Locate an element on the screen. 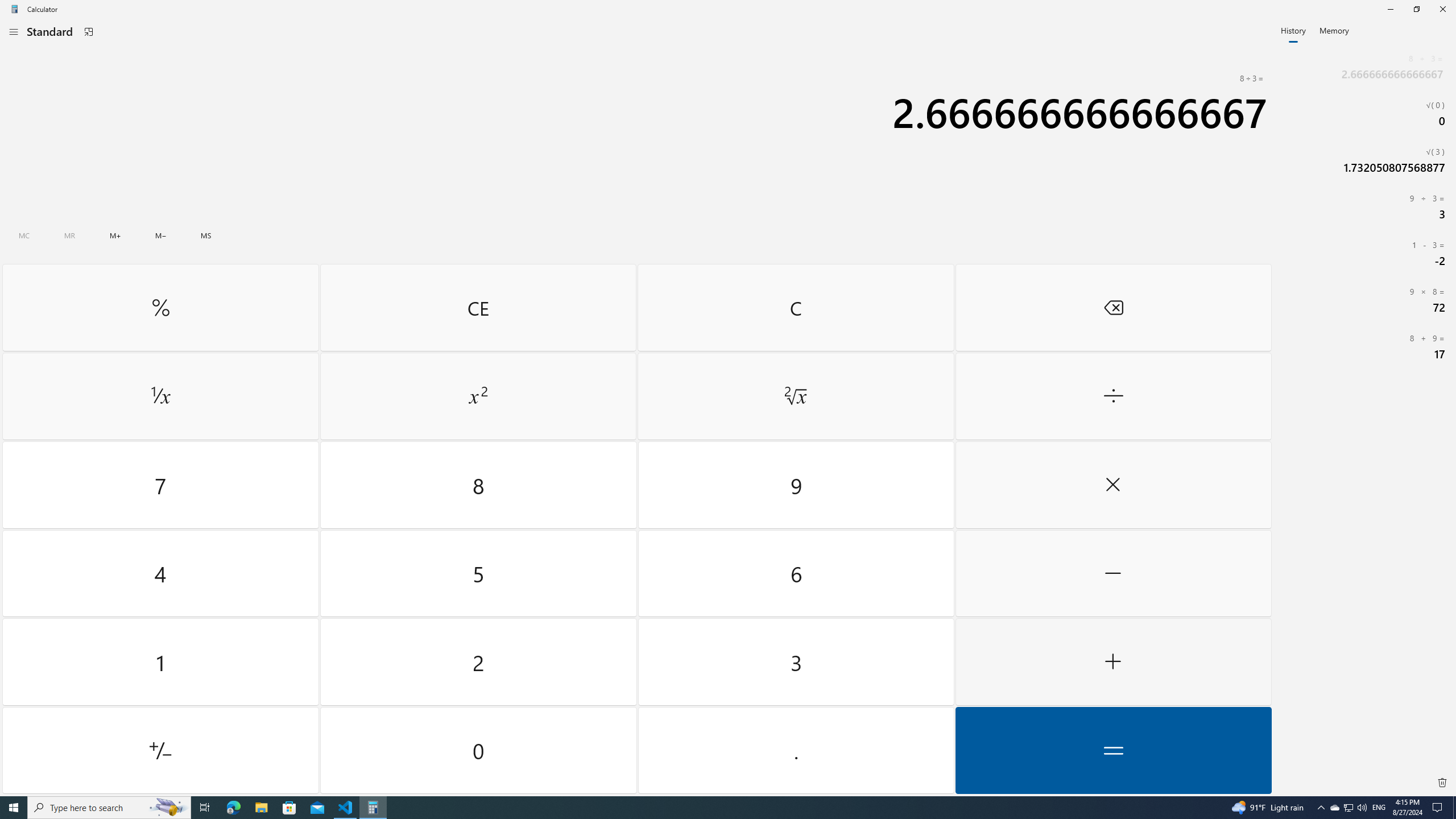  'Nine' is located at coordinates (795, 485).